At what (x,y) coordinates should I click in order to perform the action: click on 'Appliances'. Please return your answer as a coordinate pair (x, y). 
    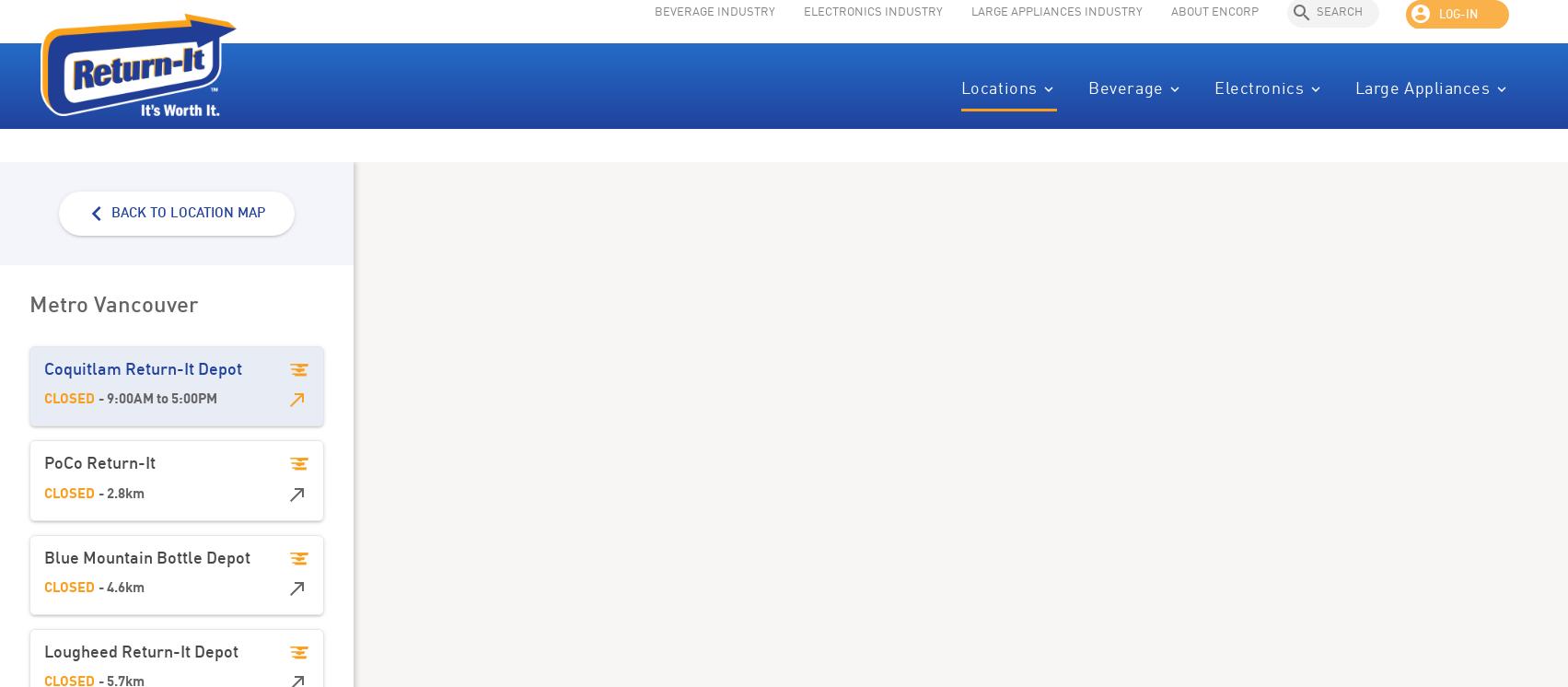
    Looking at the image, I should click on (1446, 111).